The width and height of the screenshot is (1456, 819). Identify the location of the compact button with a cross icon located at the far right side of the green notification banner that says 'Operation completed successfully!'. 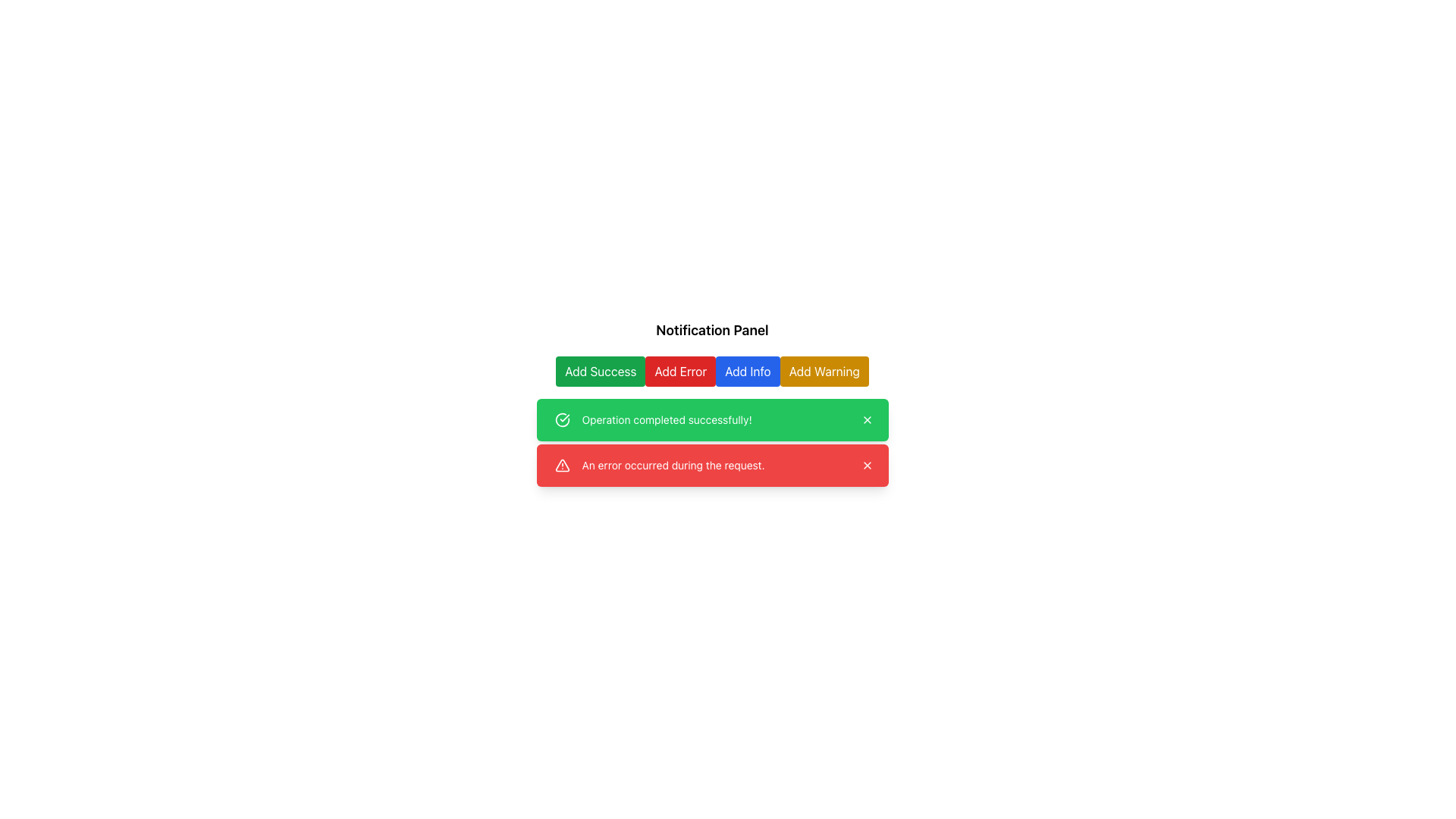
(867, 420).